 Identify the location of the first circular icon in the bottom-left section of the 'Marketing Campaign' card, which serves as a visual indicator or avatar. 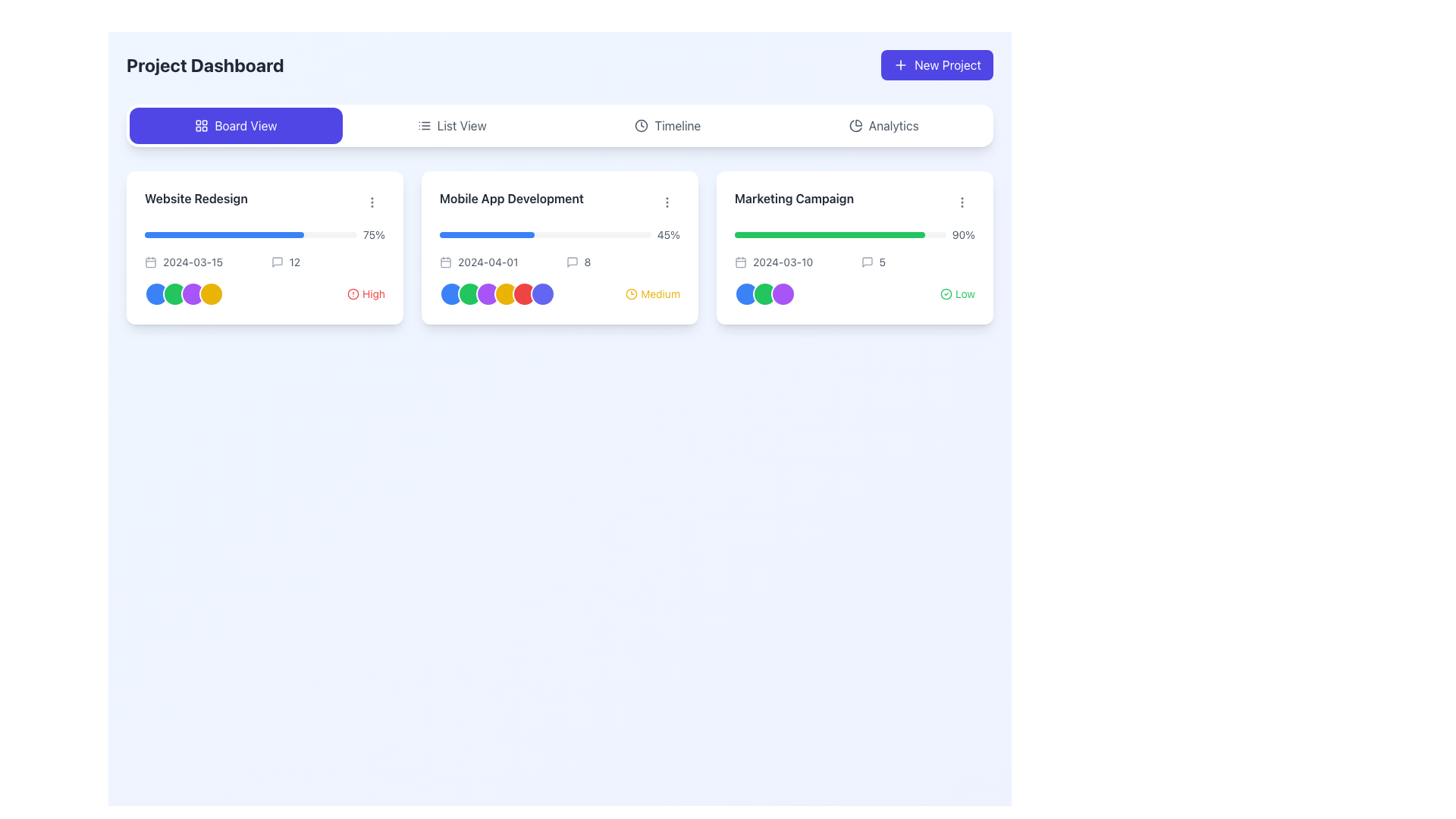
(746, 294).